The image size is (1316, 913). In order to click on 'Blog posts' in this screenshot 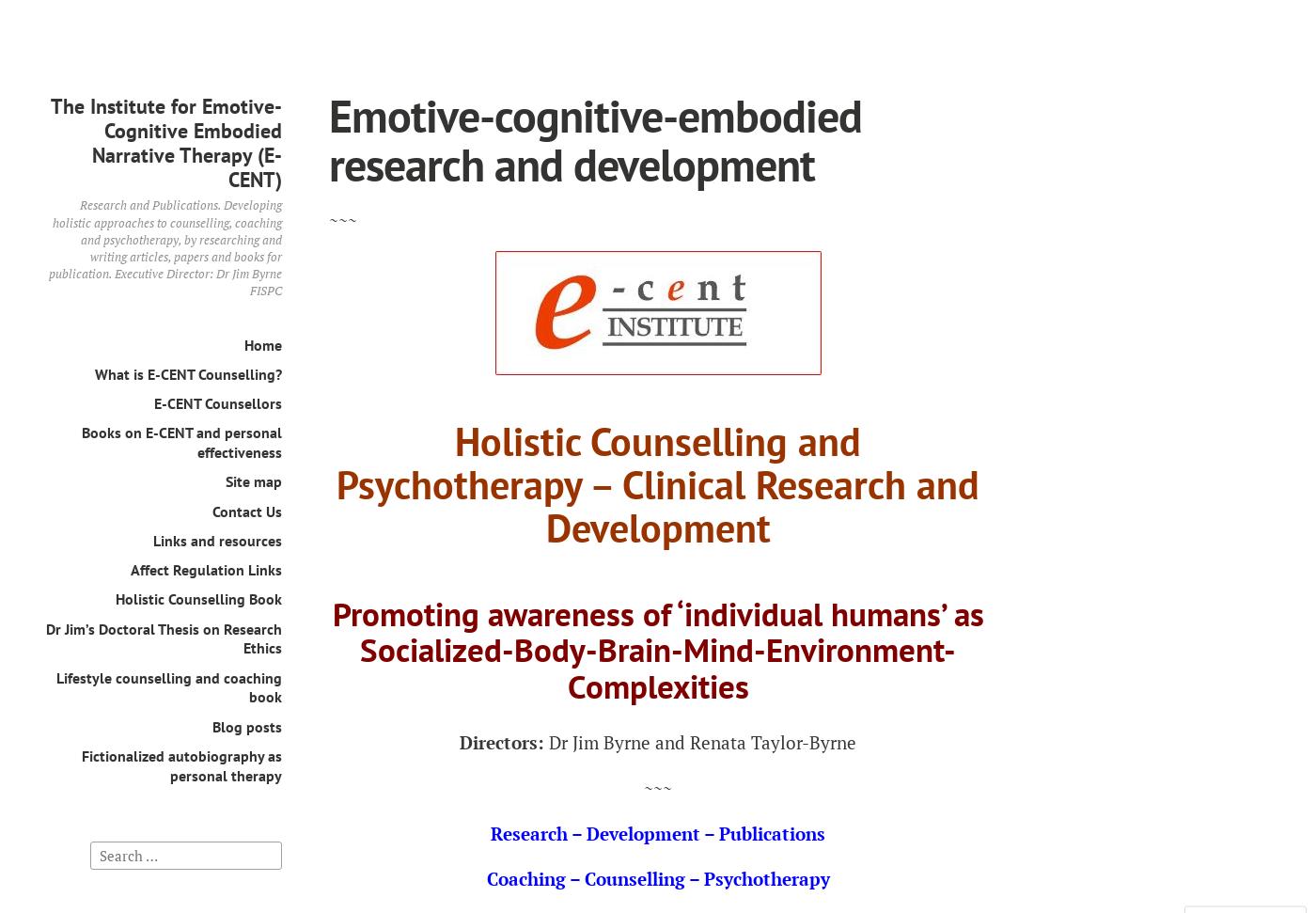, I will do `click(247, 726)`.